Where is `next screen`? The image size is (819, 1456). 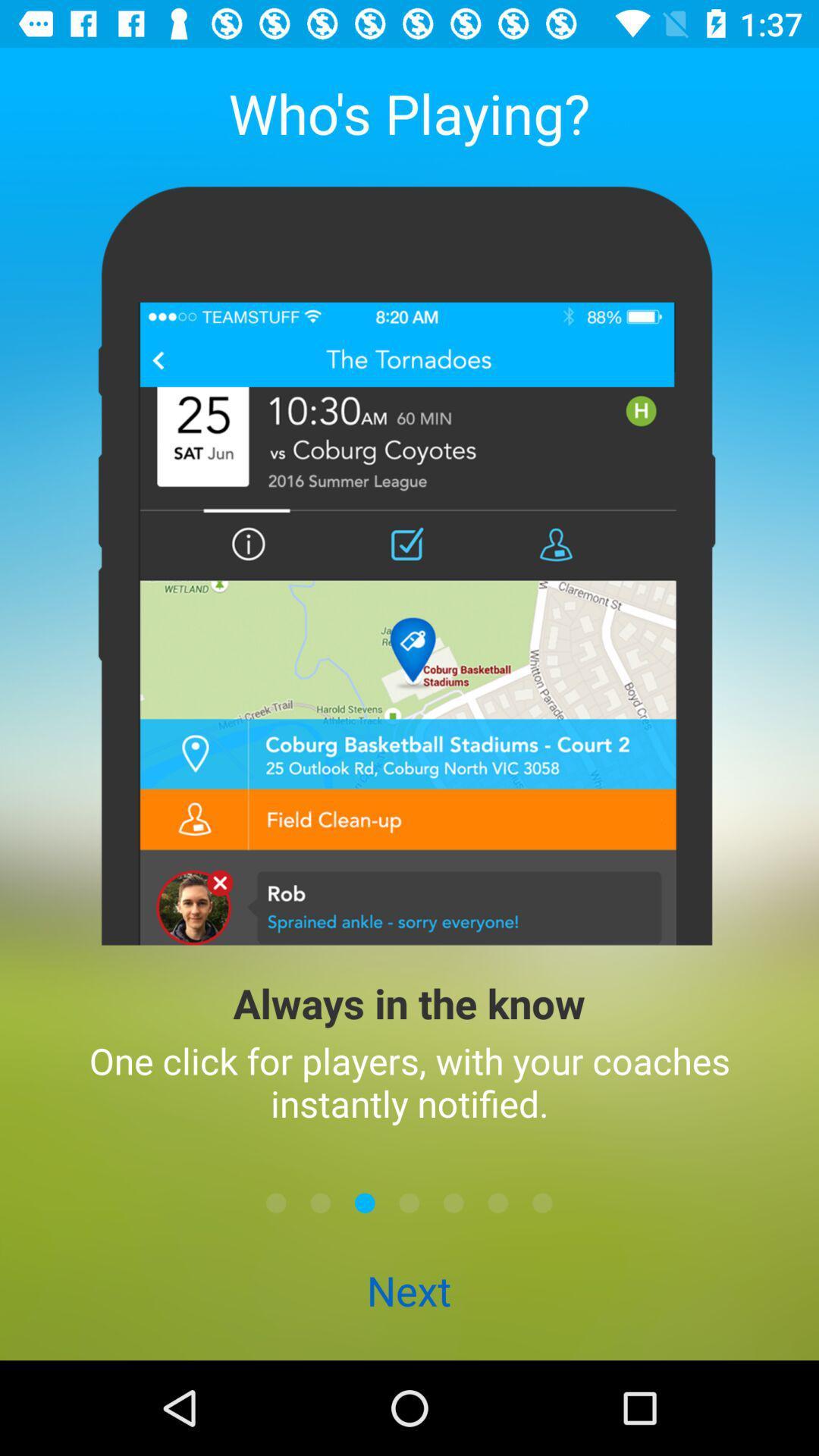 next screen is located at coordinates (541, 1202).